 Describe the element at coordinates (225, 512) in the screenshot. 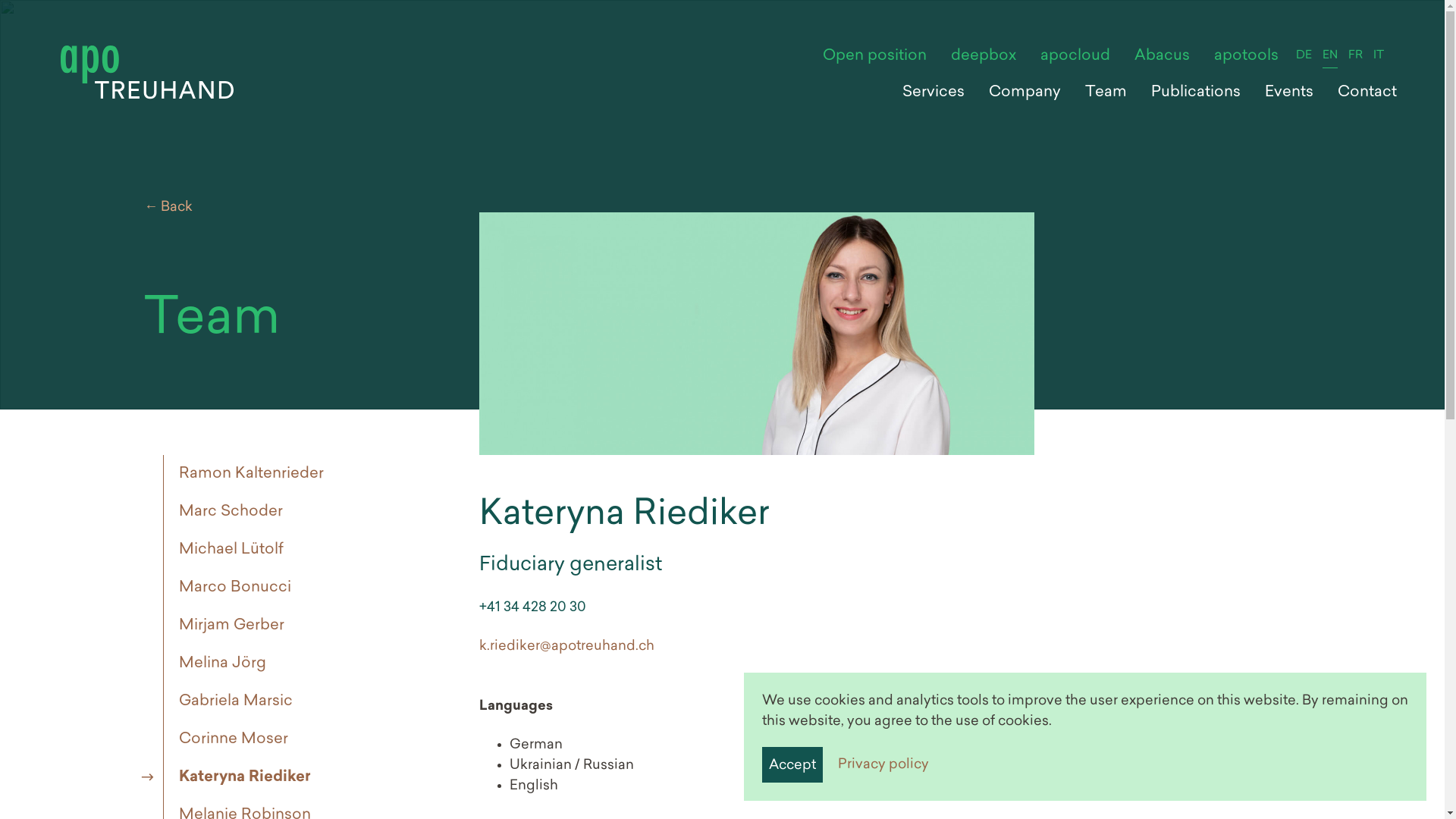

I see `'Marc Schoder'` at that location.